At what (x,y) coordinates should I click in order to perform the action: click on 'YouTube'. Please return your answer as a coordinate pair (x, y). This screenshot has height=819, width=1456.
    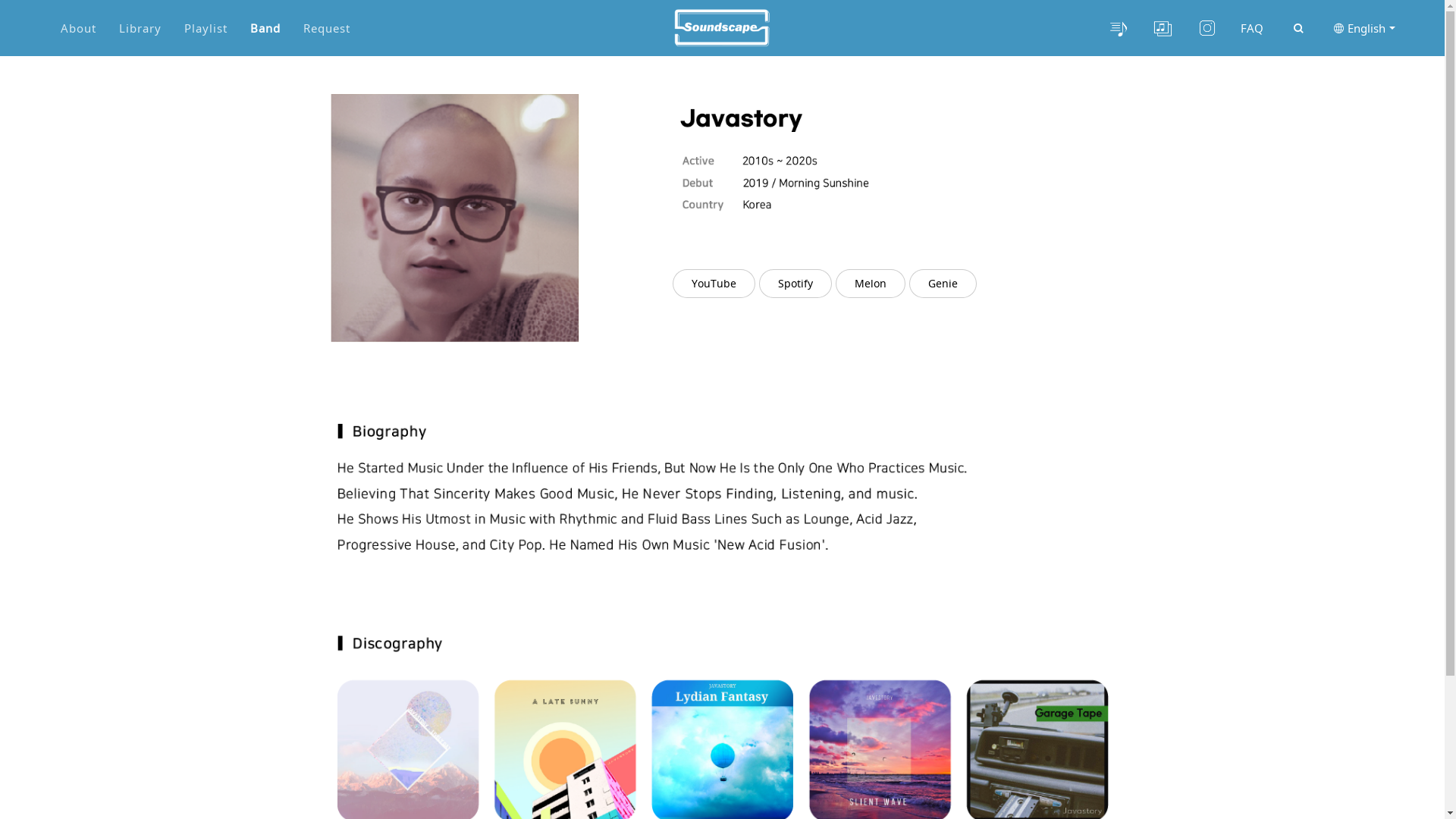
    Looking at the image, I should click on (672, 284).